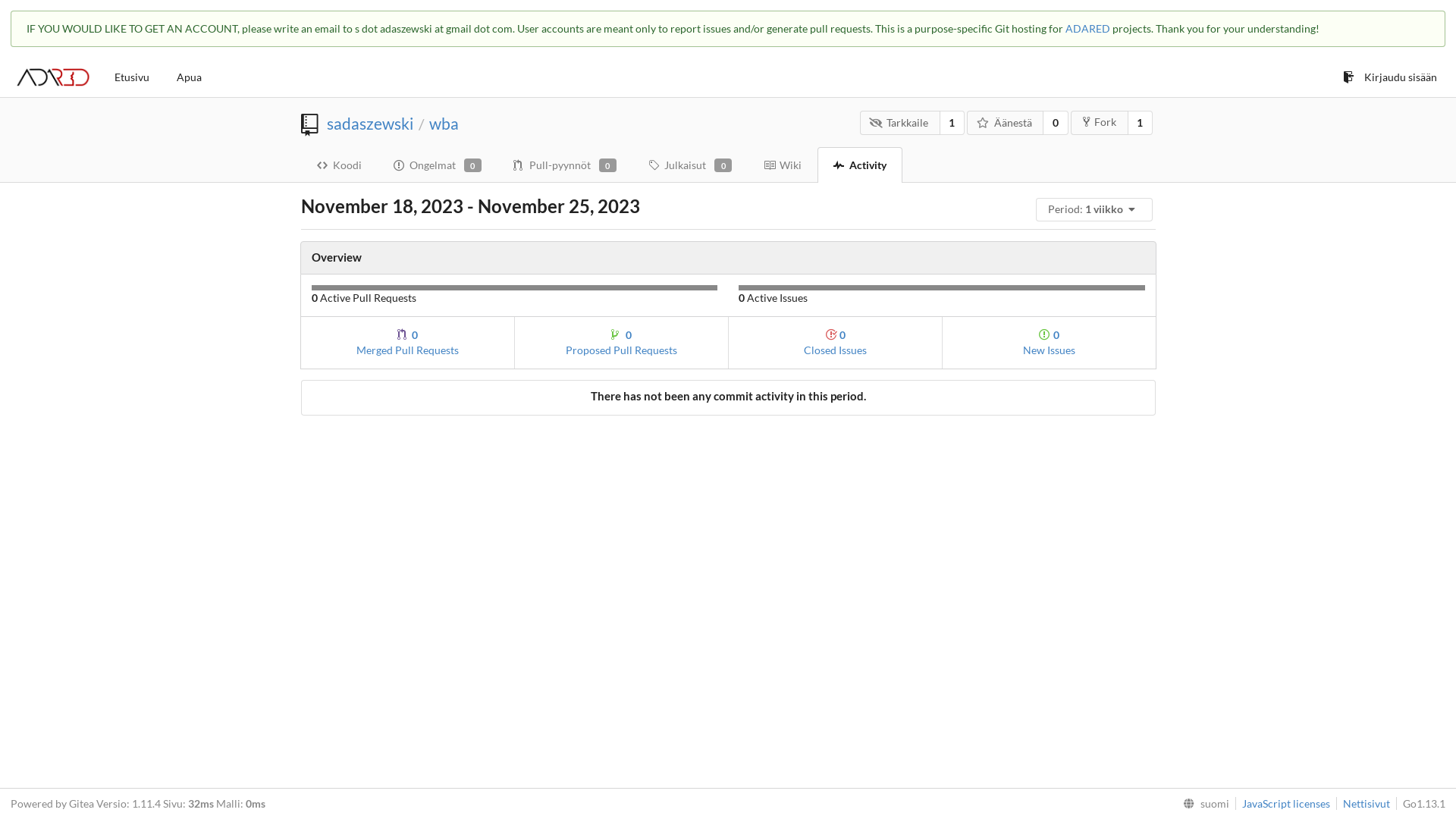  I want to click on 'Apua', so click(167, 77).